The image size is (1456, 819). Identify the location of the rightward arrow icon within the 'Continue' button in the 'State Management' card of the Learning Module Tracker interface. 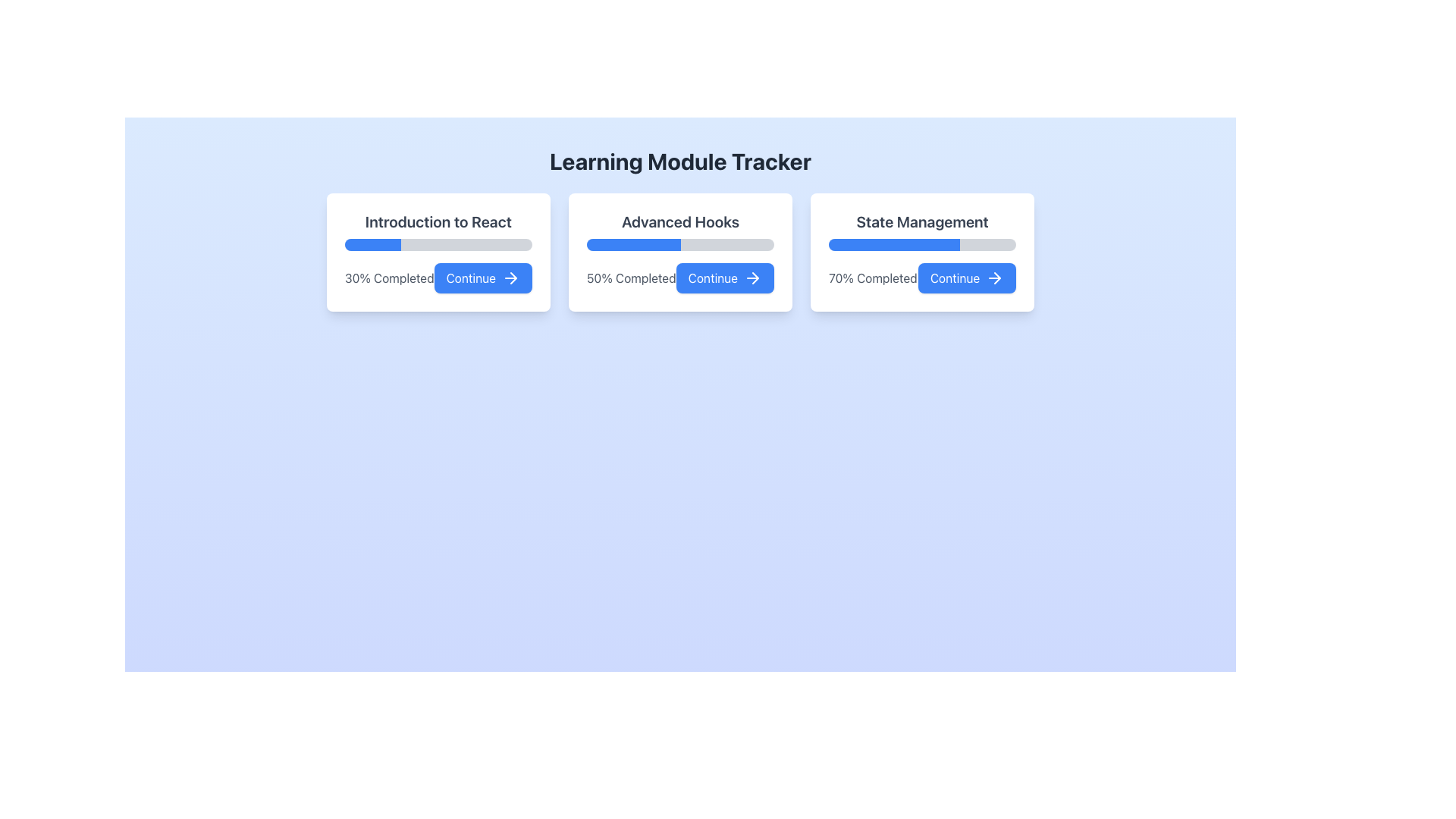
(997, 278).